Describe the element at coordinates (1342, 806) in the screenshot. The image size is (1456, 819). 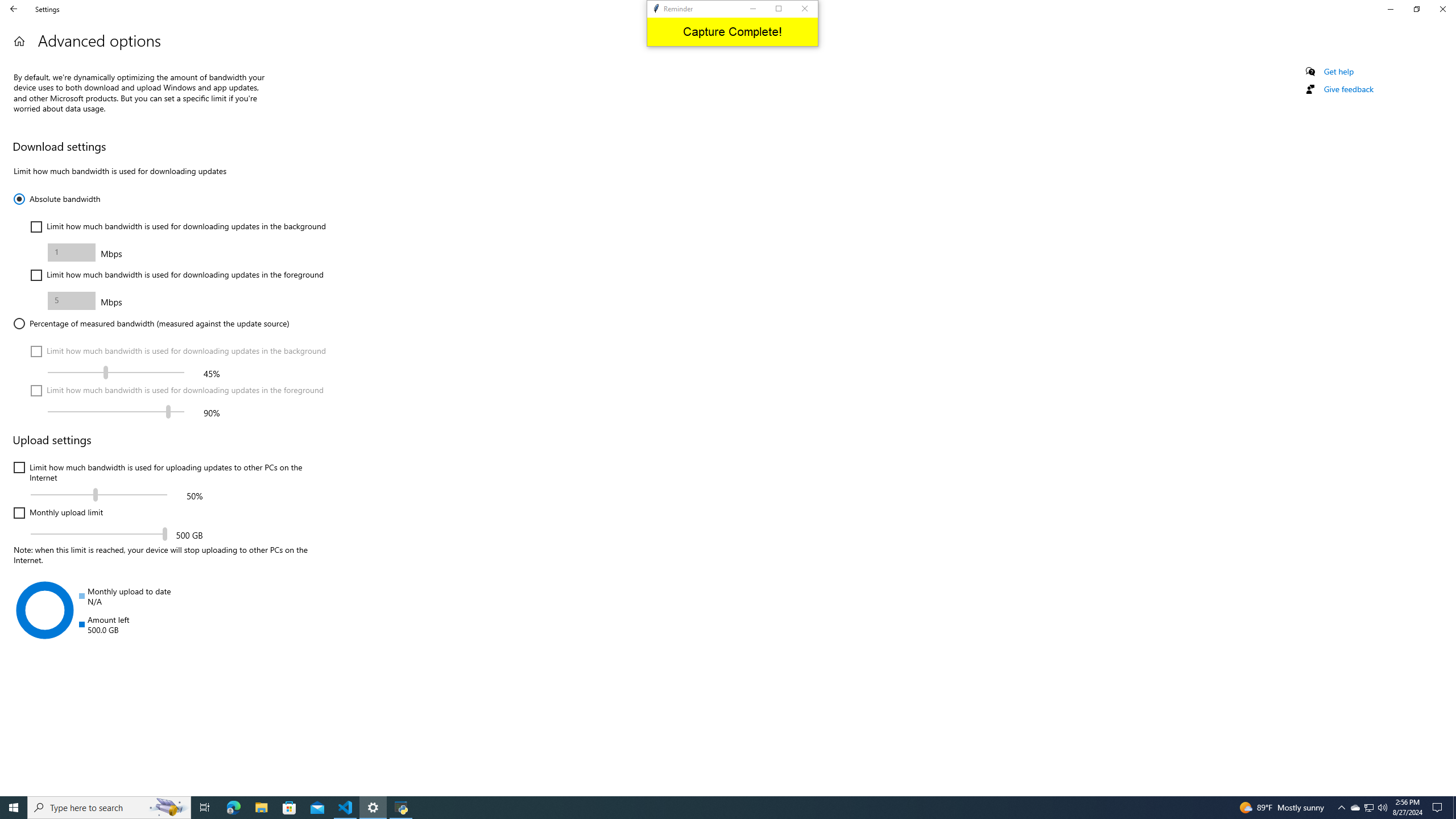
I see `'User Promoted Notification Area'` at that location.